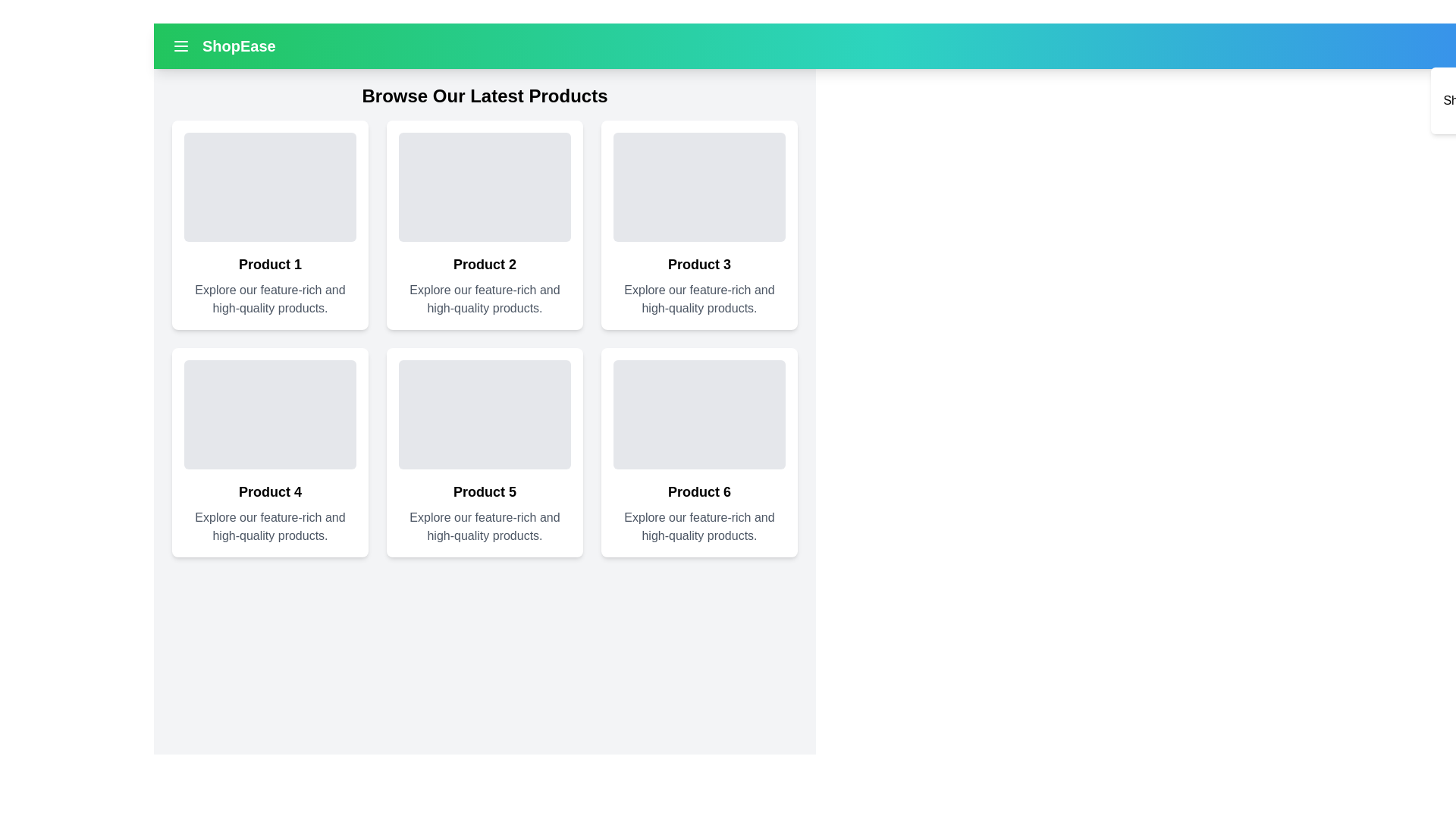  Describe the element at coordinates (270, 225) in the screenshot. I see `the product card located in the first column and first row of the grid layout` at that location.